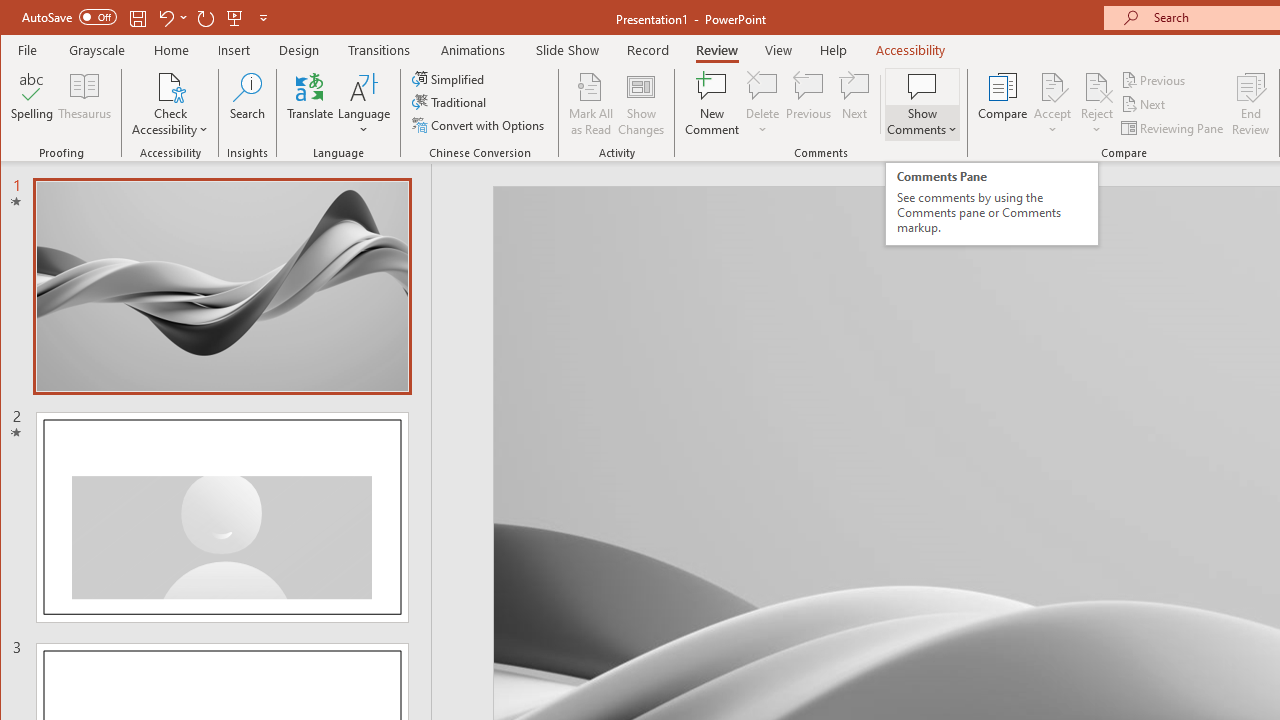 The height and width of the screenshot is (720, 1280). I want to click on 'Show Comments', so click(921, 104).